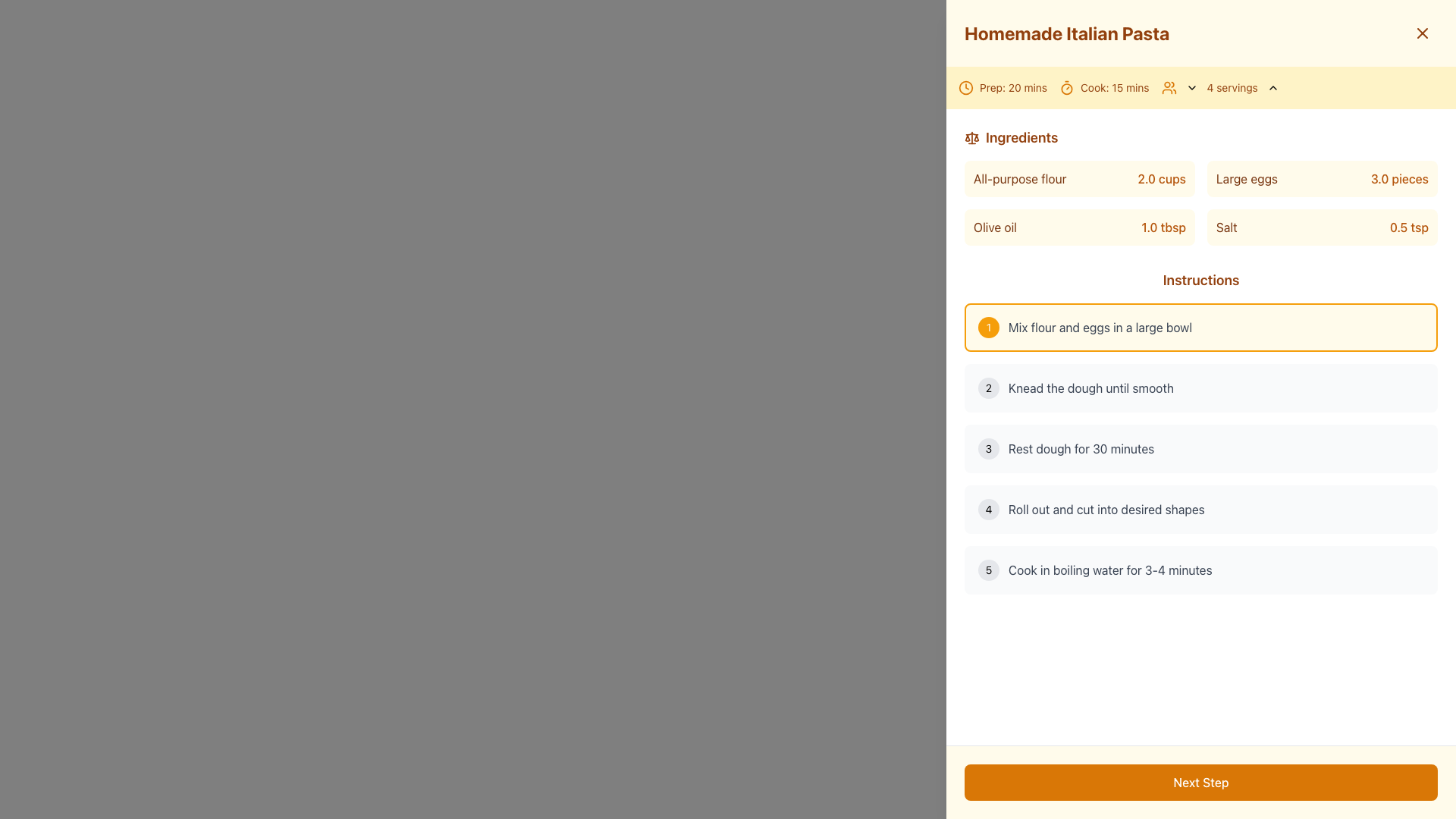  What do you see at coordinates (989, 509) in the screenshot?
I see `the circular Step indicator badge with a light gray background and a centered numeral '4', located to the left of the instruction text 'Roll out and cut into desired shapes'` at bounding box center [989, 509].